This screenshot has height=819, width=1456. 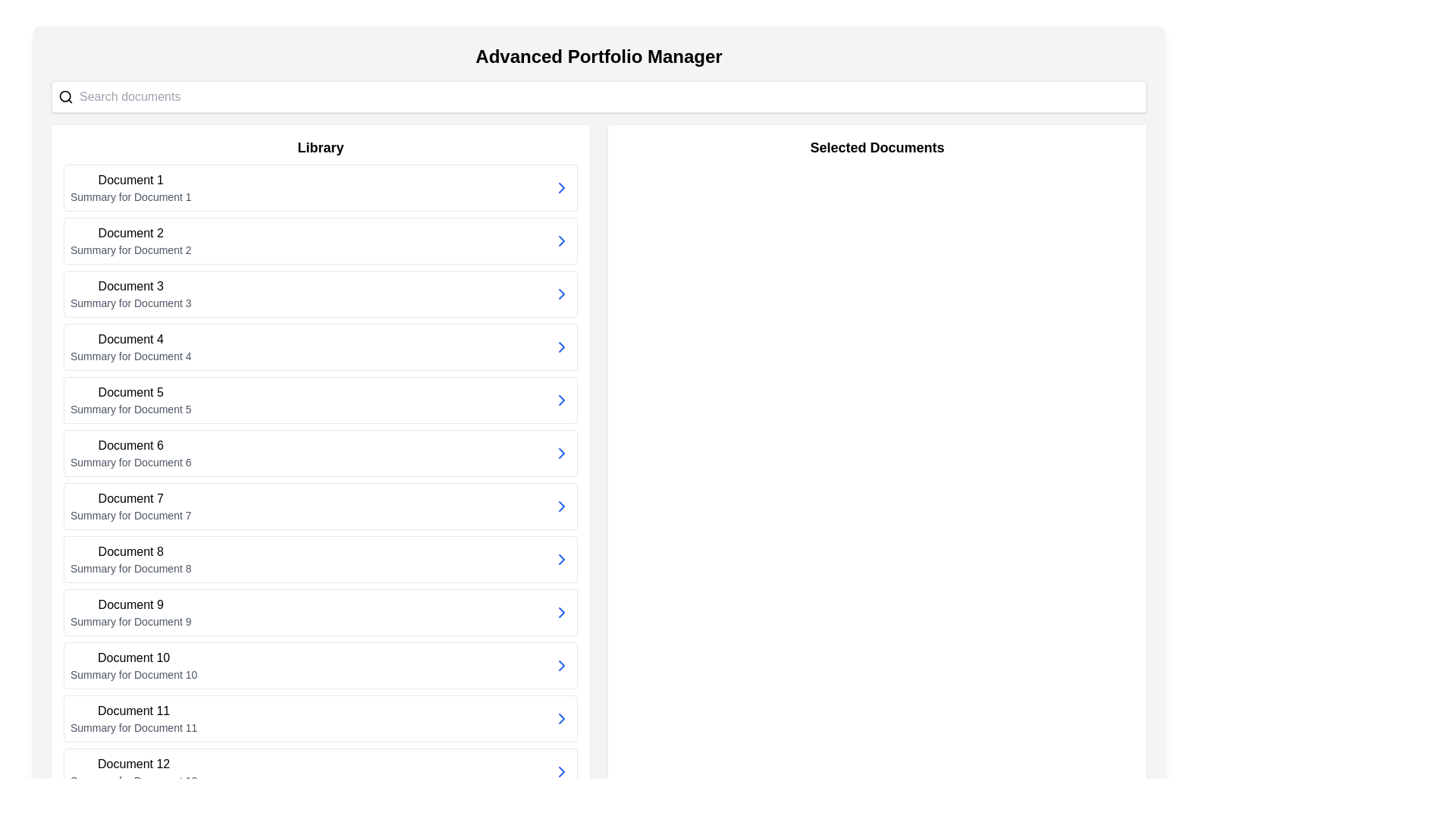 I want to click on the selectable list item representing 'Document 12', so click(x=319, y=772).